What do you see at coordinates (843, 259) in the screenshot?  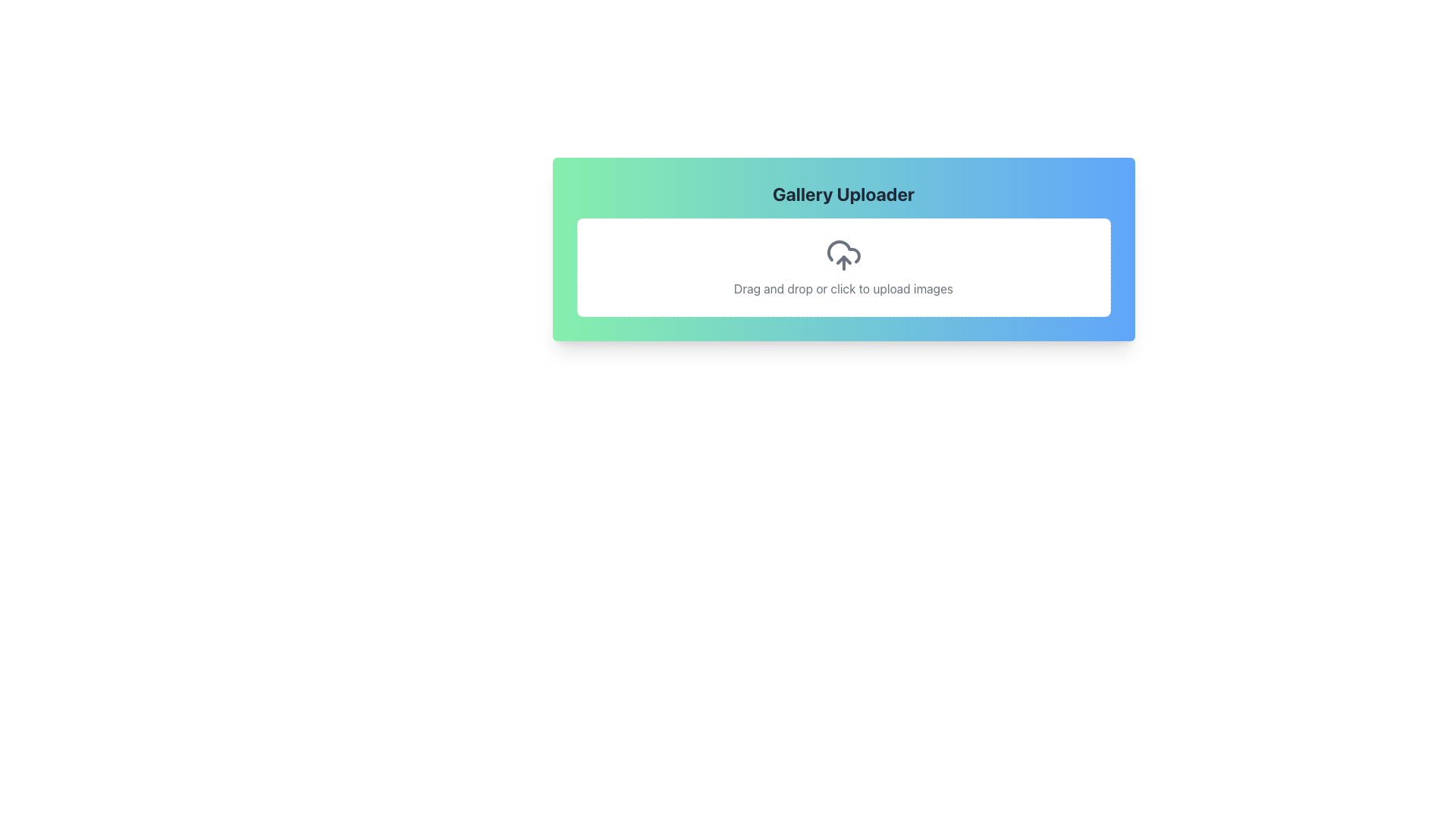 I see `the small triangular icon located in the center of the cloud-like shape within the upload component labeled 'Gallery Uploader'` at bounding box center [843, 259].